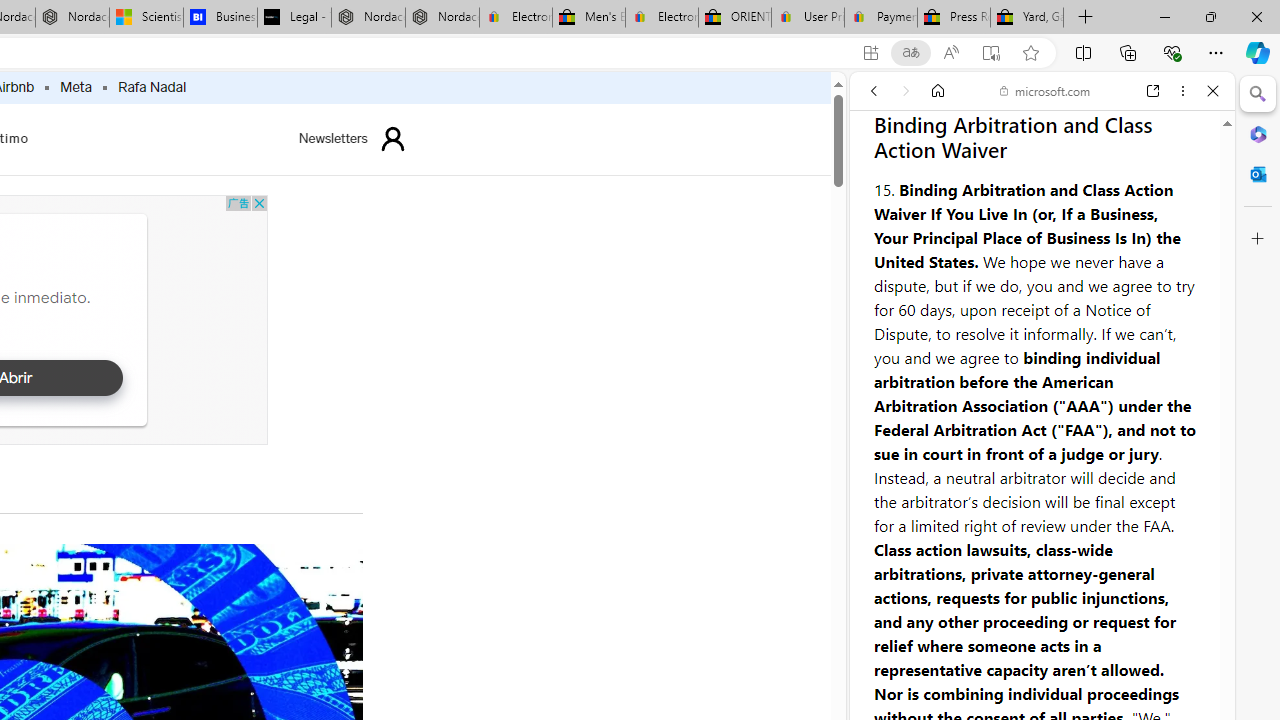 This screenshot has height=720, width=1280. I want to click on 'Web scope', so click(881, 180).